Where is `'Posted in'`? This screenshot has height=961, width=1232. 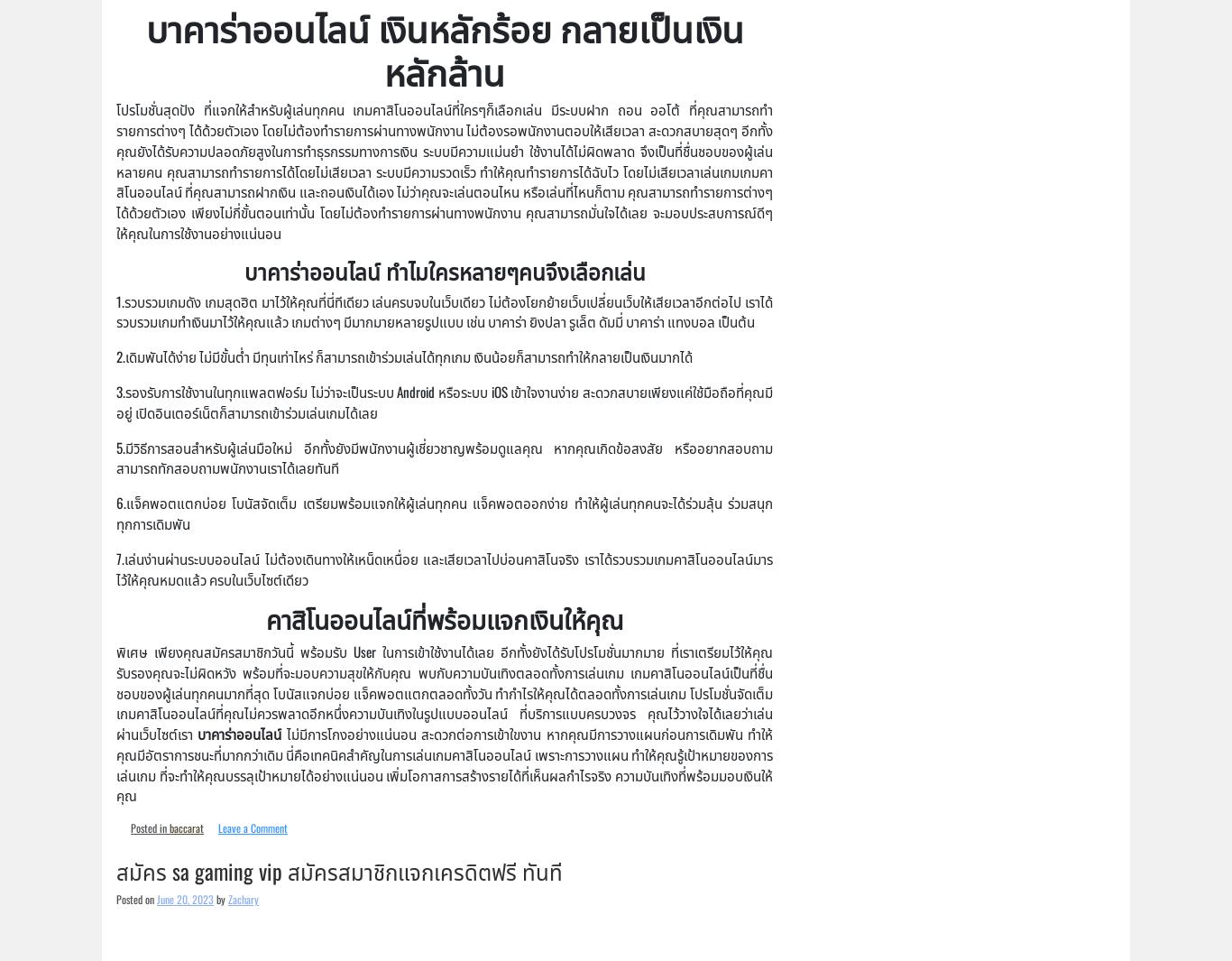 'Posted in' is located at coordinates (149, 827).